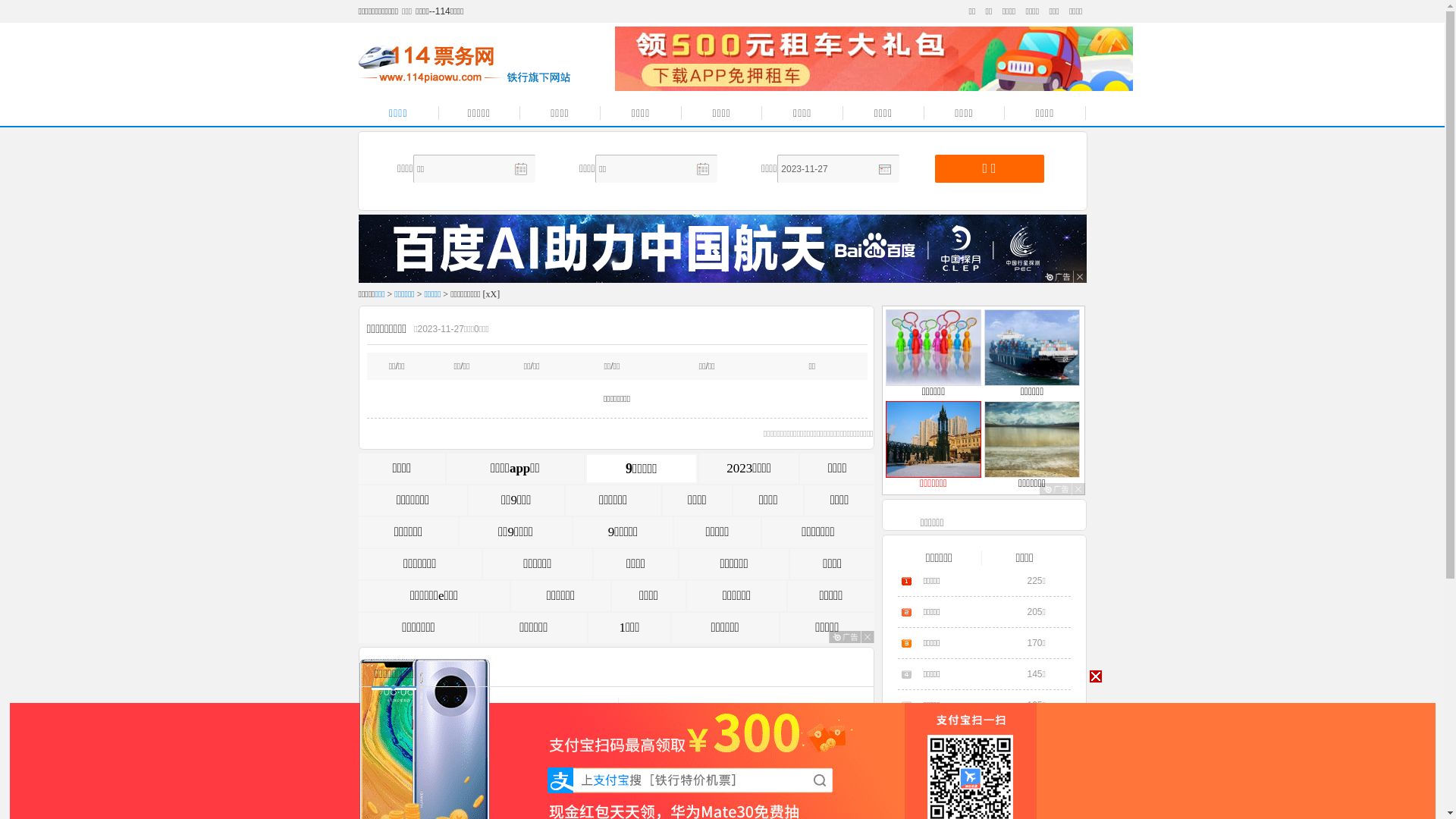 This screenshot has width=1456, height=819. I want to click on '[xX]', so click(482, 294).